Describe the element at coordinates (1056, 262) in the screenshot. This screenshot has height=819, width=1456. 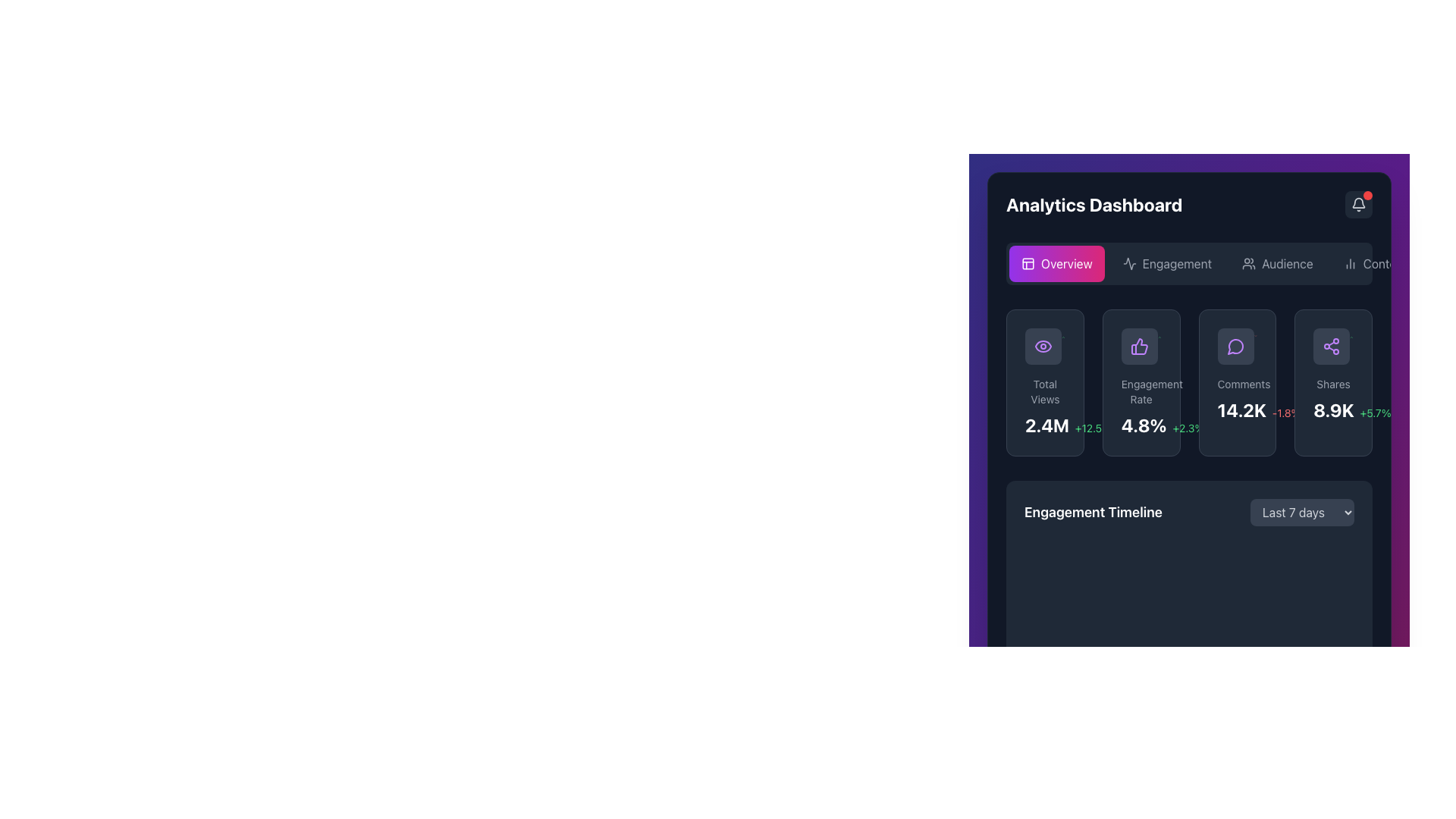
I see `the Navigation button located at the top section of the interface, which is the first button in a horizontal set of navigation options` at that location.